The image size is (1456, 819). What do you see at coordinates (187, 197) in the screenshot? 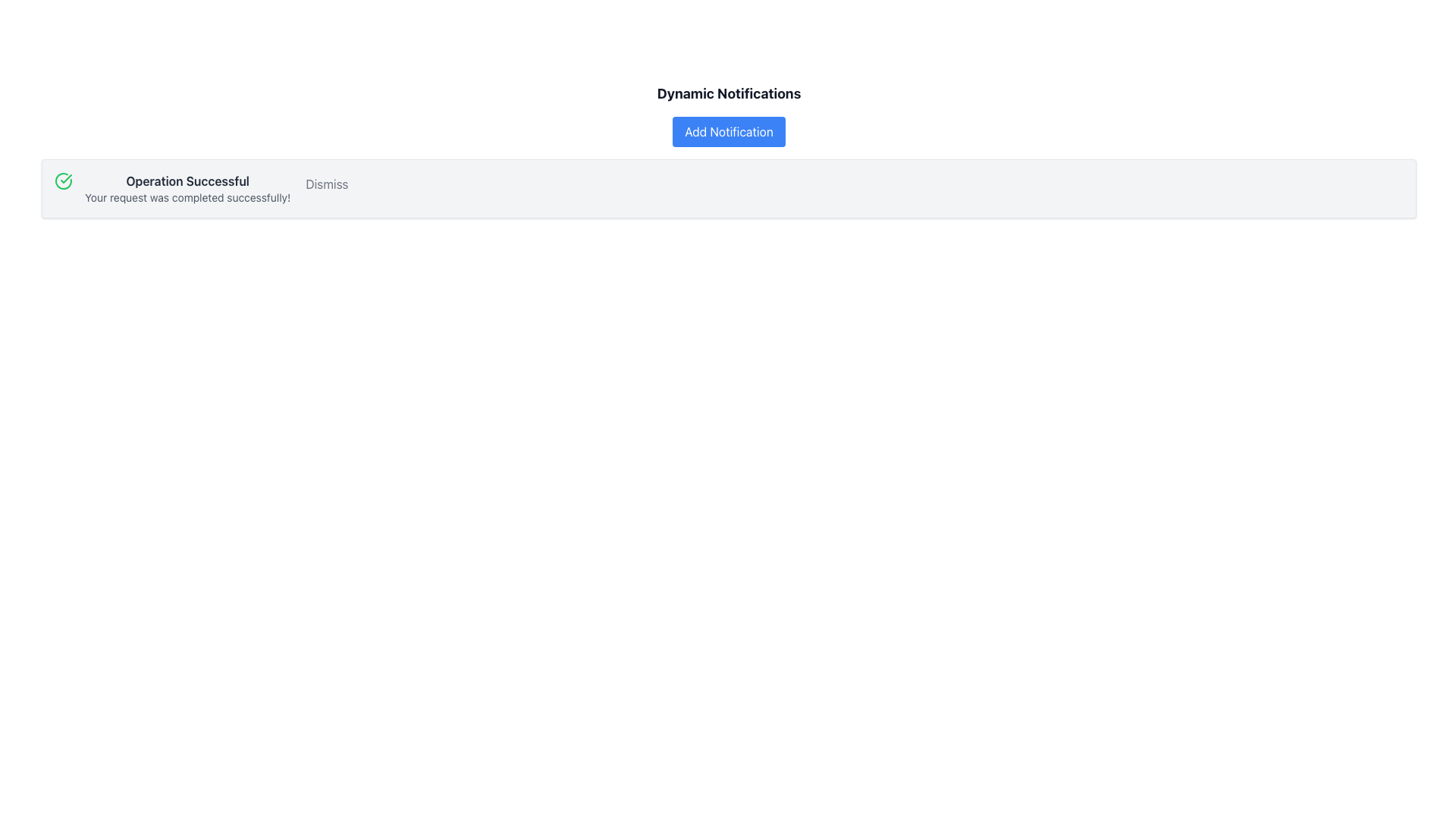
I see `the text label displaying 'Your request was completed successfully!' located beneath the heading 'Operation Successful' in the notification banner` at bounding box center [187, 197].